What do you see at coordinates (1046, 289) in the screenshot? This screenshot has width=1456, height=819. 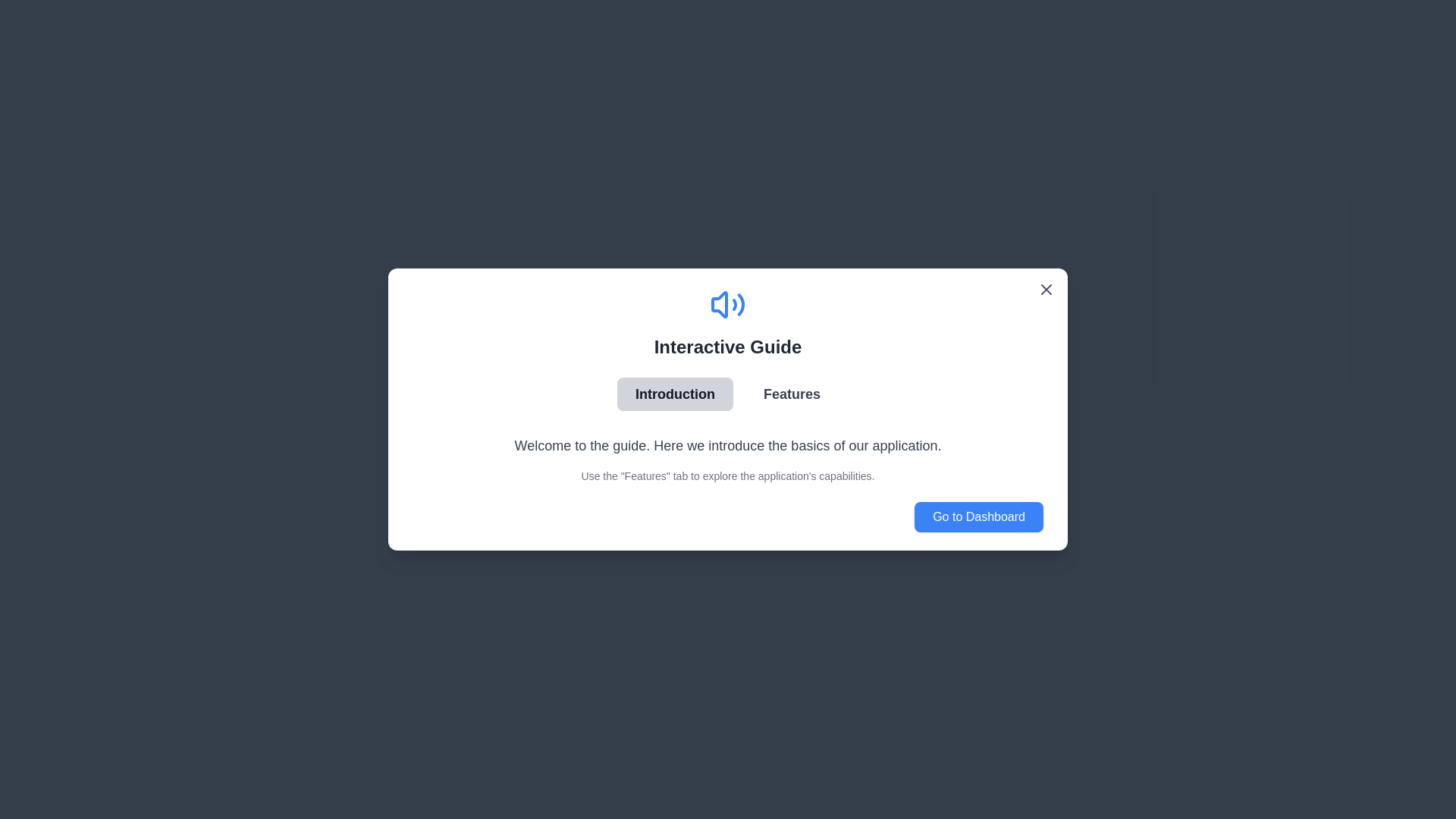 I see `the close button located in the top-right corner of the modal window to change its color` at bounding box center [1046, 289].